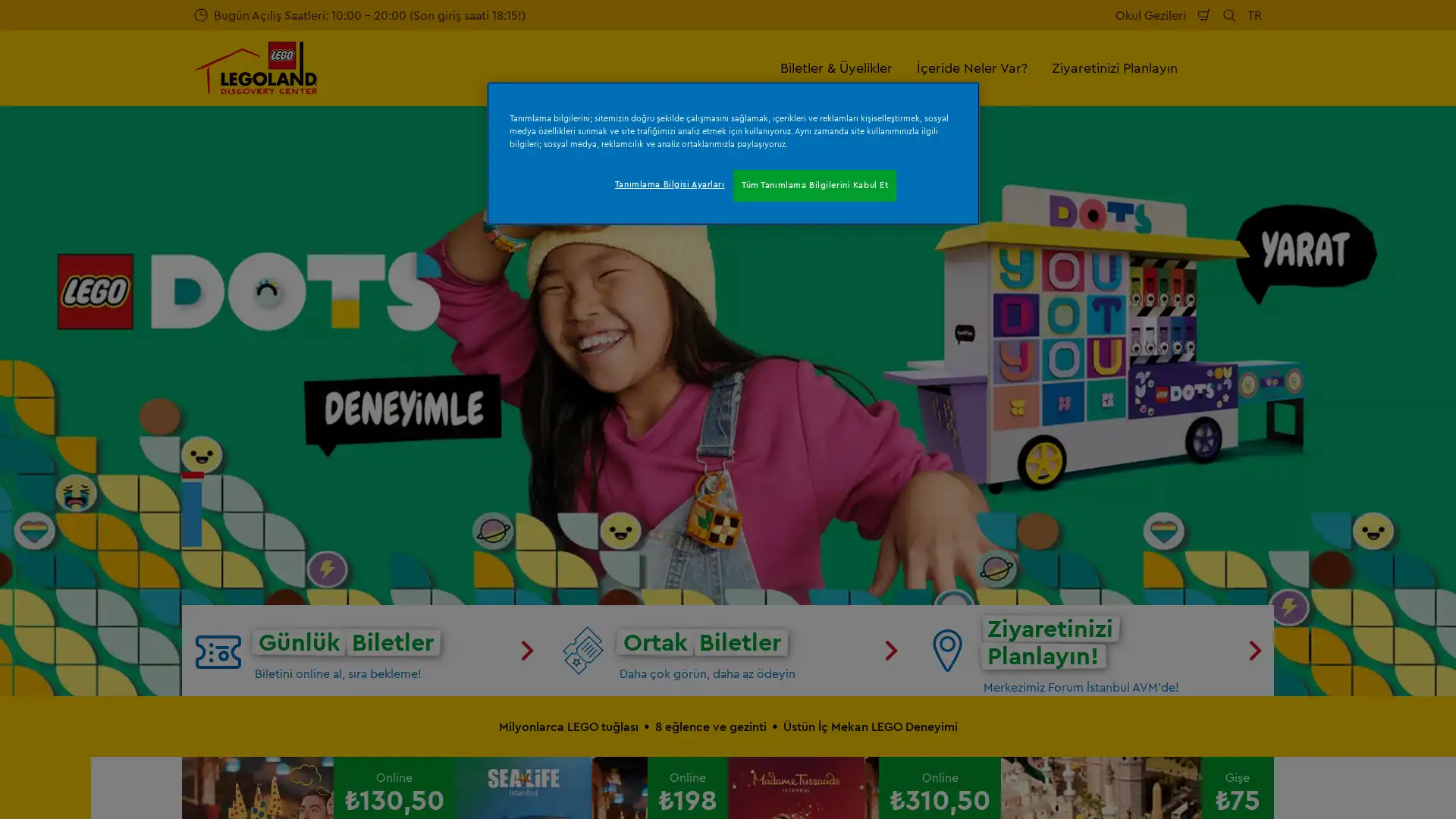  What do you see at coordinates (814, 185) in the screenshot?
I see `Tum Tanmlama Bilgilerini Kabul Et` at bounding box center [814, 185].